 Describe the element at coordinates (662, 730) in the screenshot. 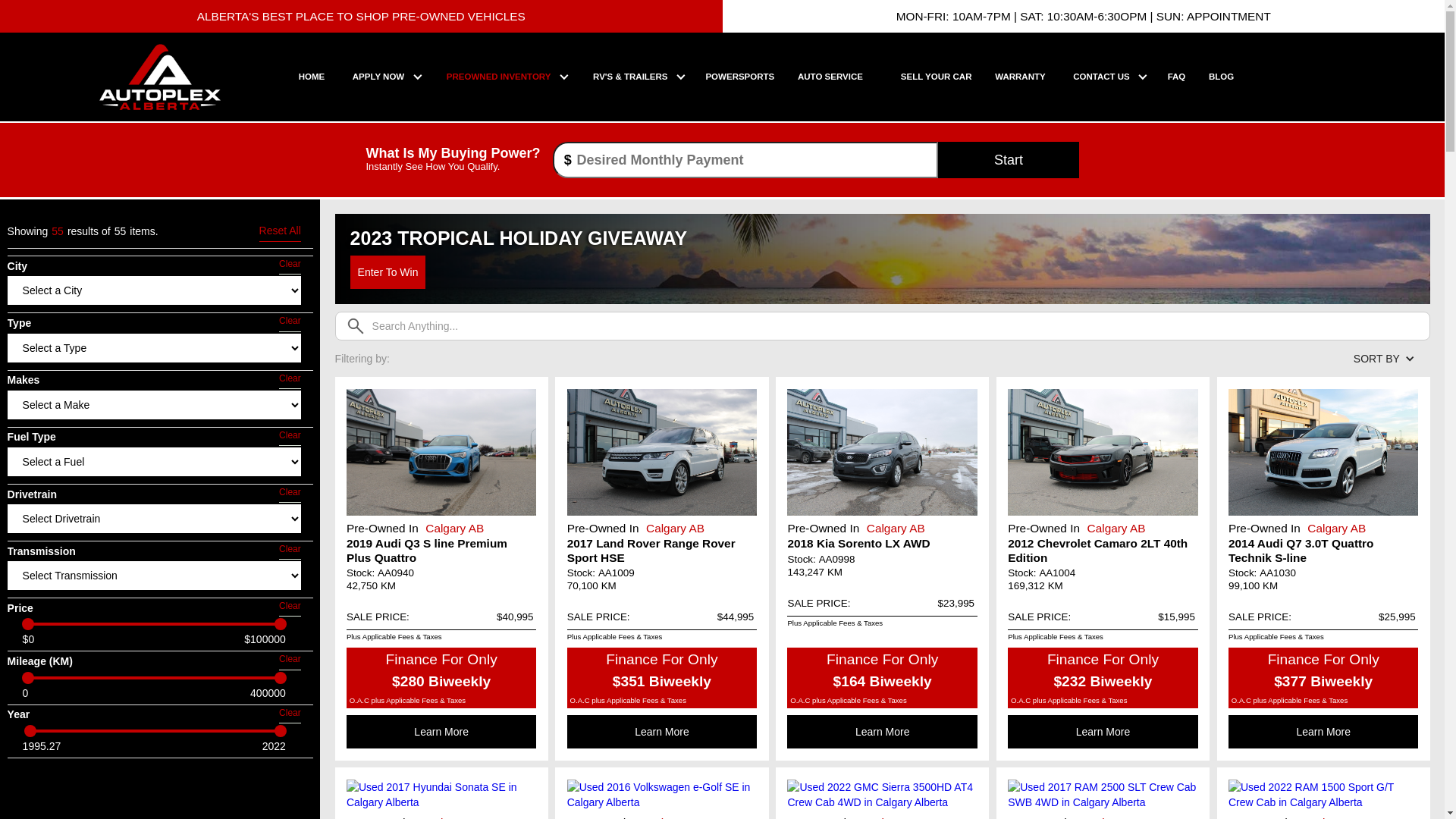

I see `'Learn More'` at that location.